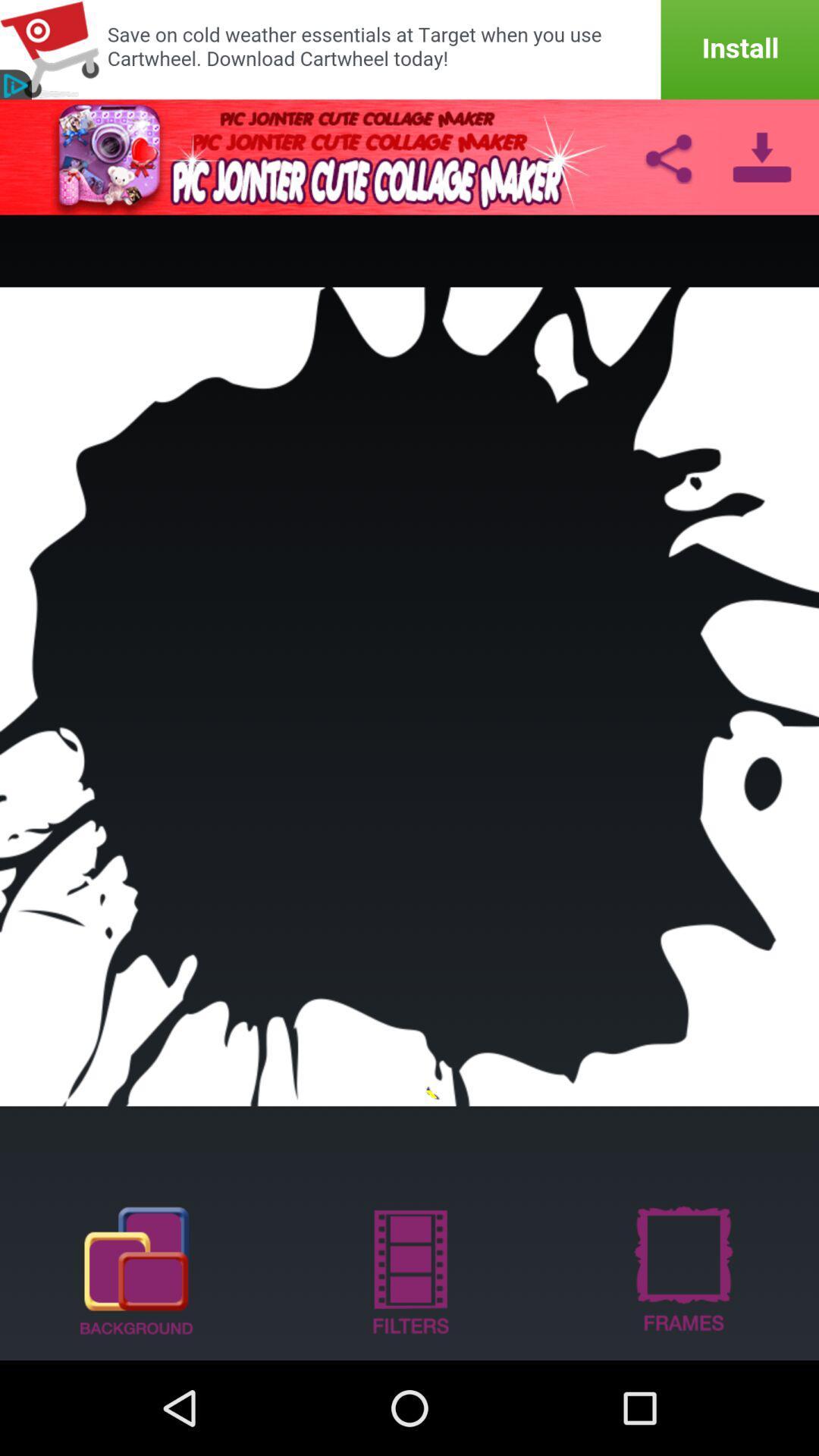 This screenshot has width=819, height=1456. I want to click on bring up frame selections, so click(681, 1269).